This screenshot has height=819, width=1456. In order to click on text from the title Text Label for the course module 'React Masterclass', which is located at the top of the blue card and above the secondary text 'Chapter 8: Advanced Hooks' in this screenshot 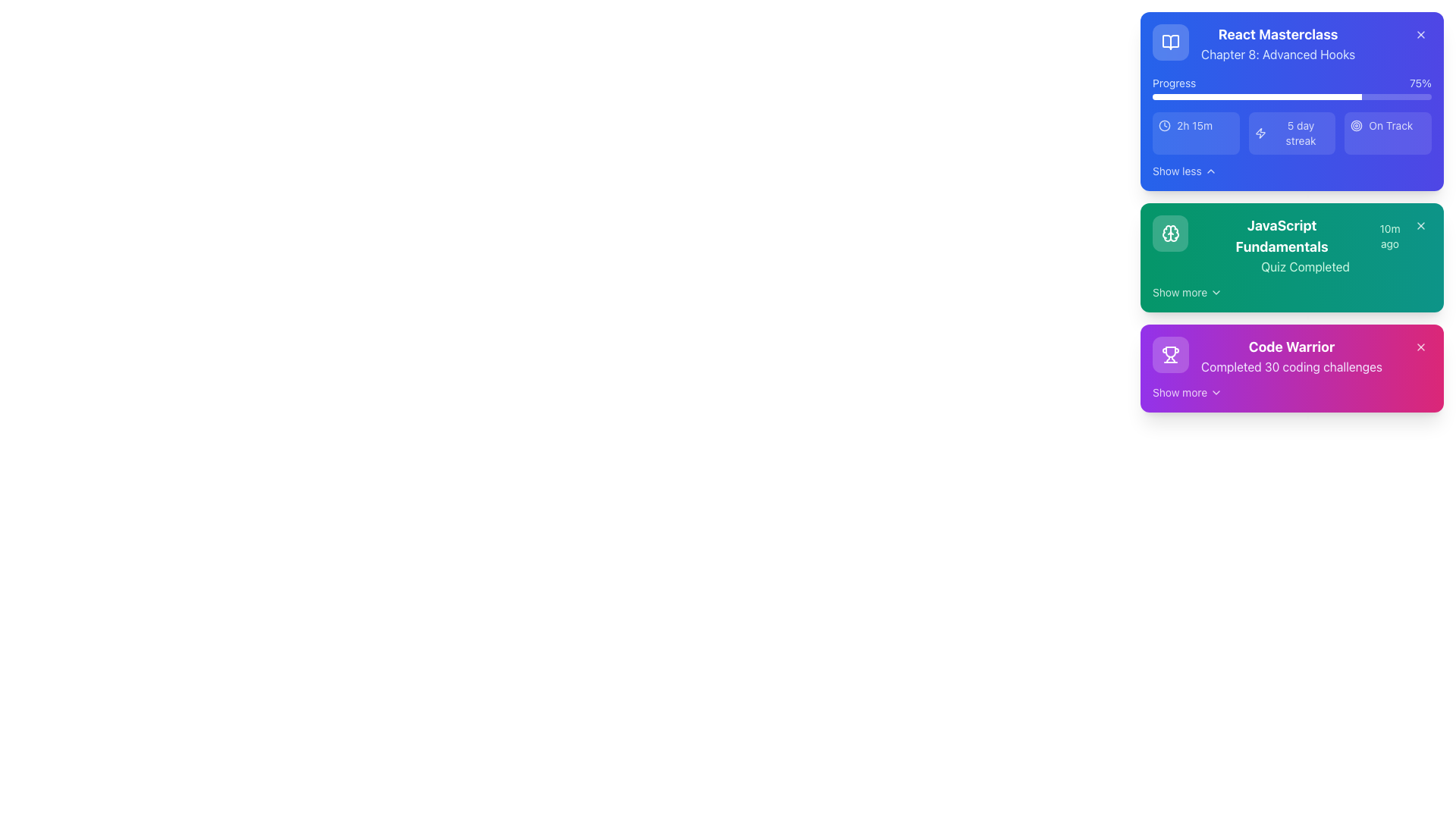, I will do `click(1277, 34)`.